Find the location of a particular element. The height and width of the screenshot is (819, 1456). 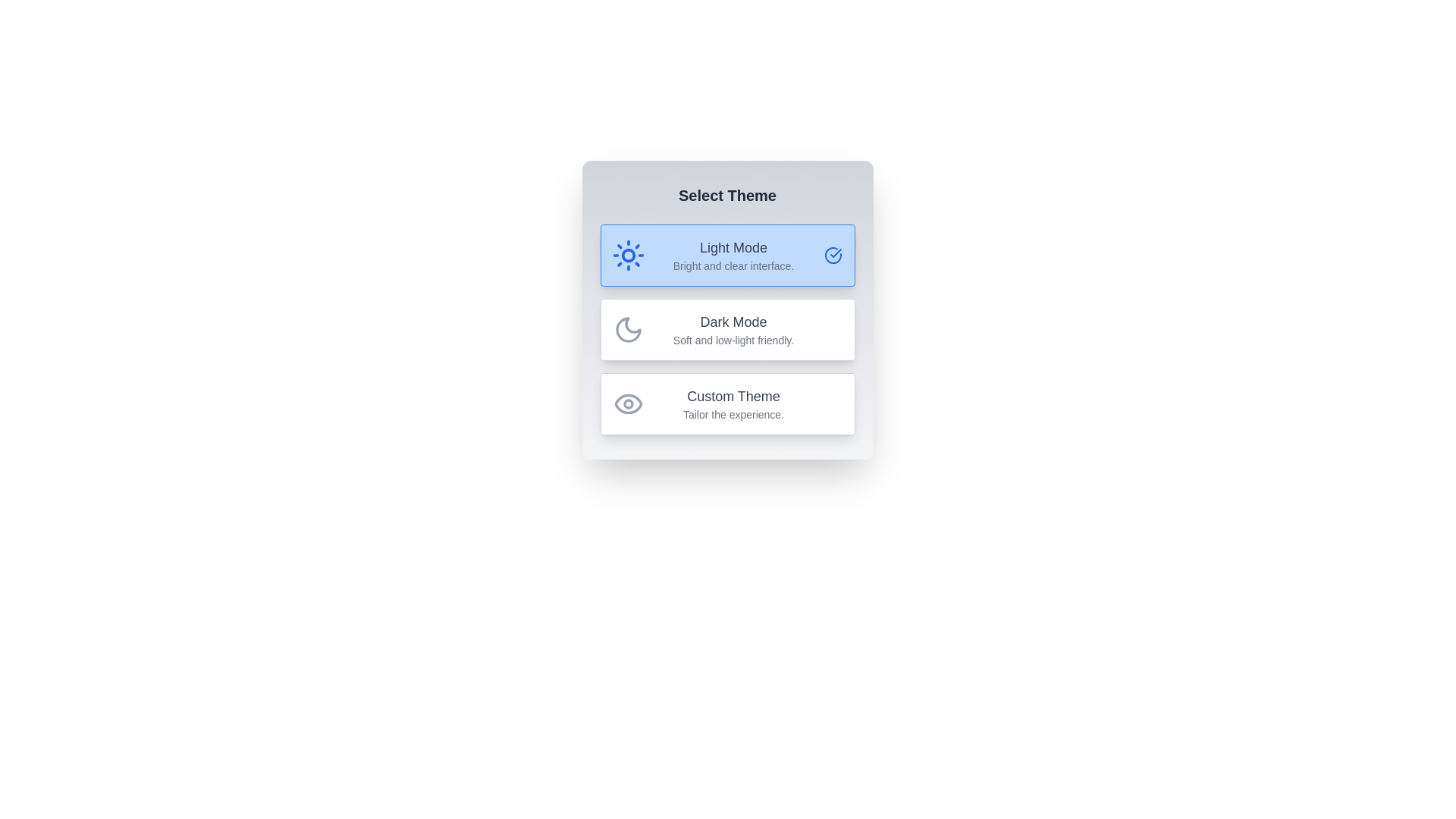

the third selectable card in the list, which allows the user to choose a custom theme option is located at coordinates (726, 403).